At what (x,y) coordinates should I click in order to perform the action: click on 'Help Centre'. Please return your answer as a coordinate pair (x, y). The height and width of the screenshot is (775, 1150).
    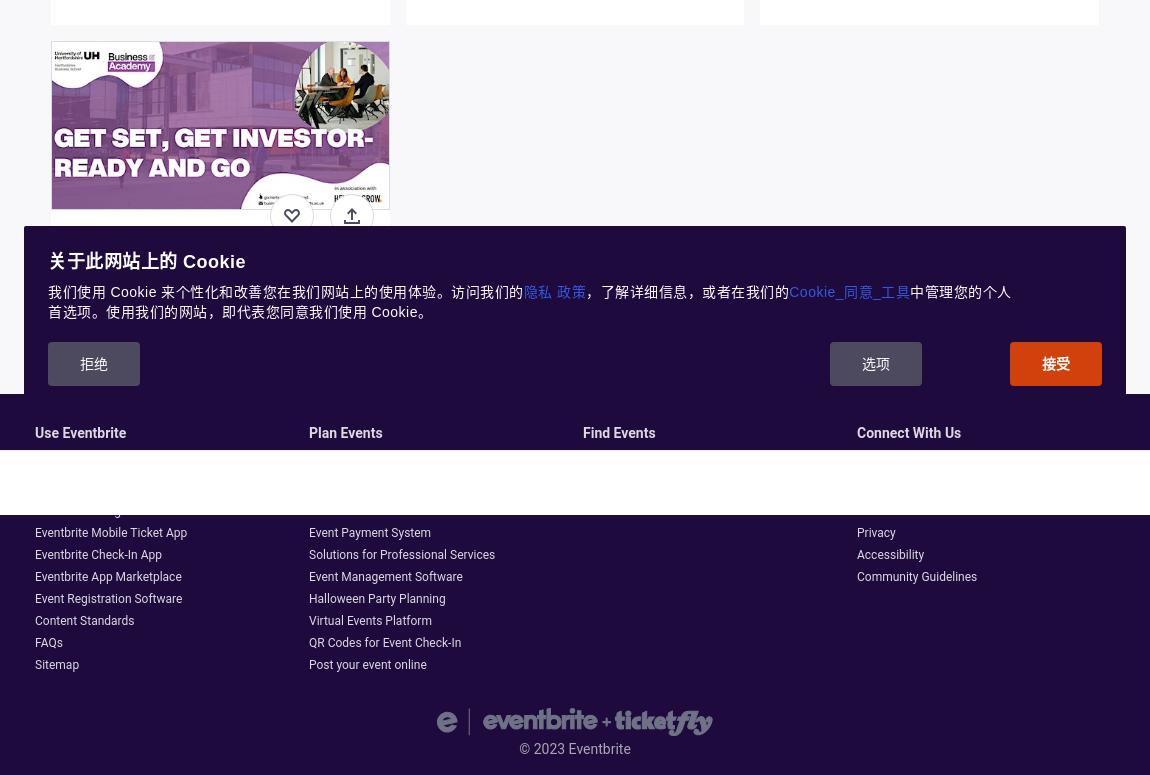
    Looking at the image, I should click on (888, 488).